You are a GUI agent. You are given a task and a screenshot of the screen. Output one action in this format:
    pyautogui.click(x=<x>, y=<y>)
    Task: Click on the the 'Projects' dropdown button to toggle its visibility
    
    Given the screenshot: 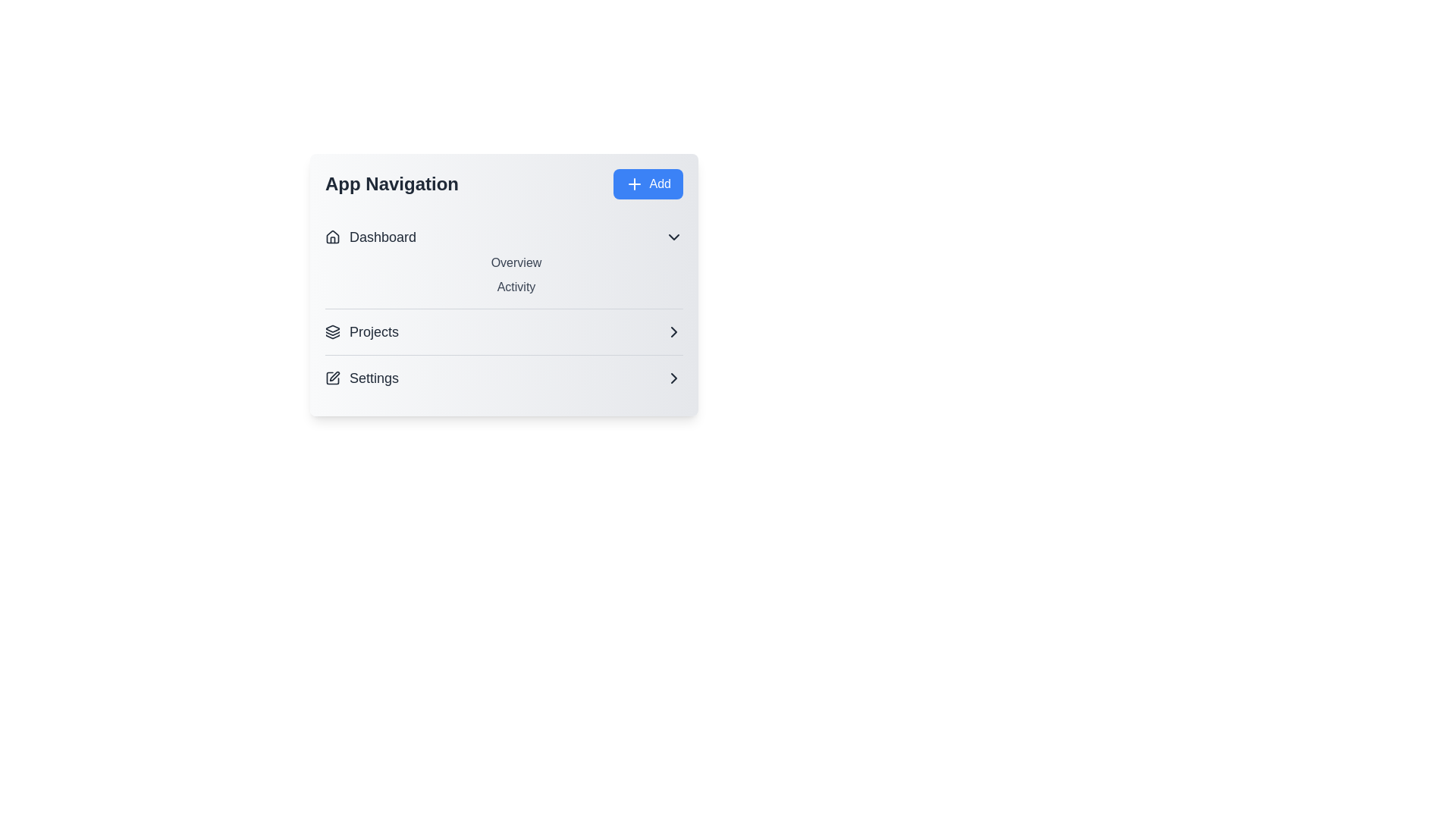 What is the action you would take?
    pyautogui.click(x=504, y=331)
    